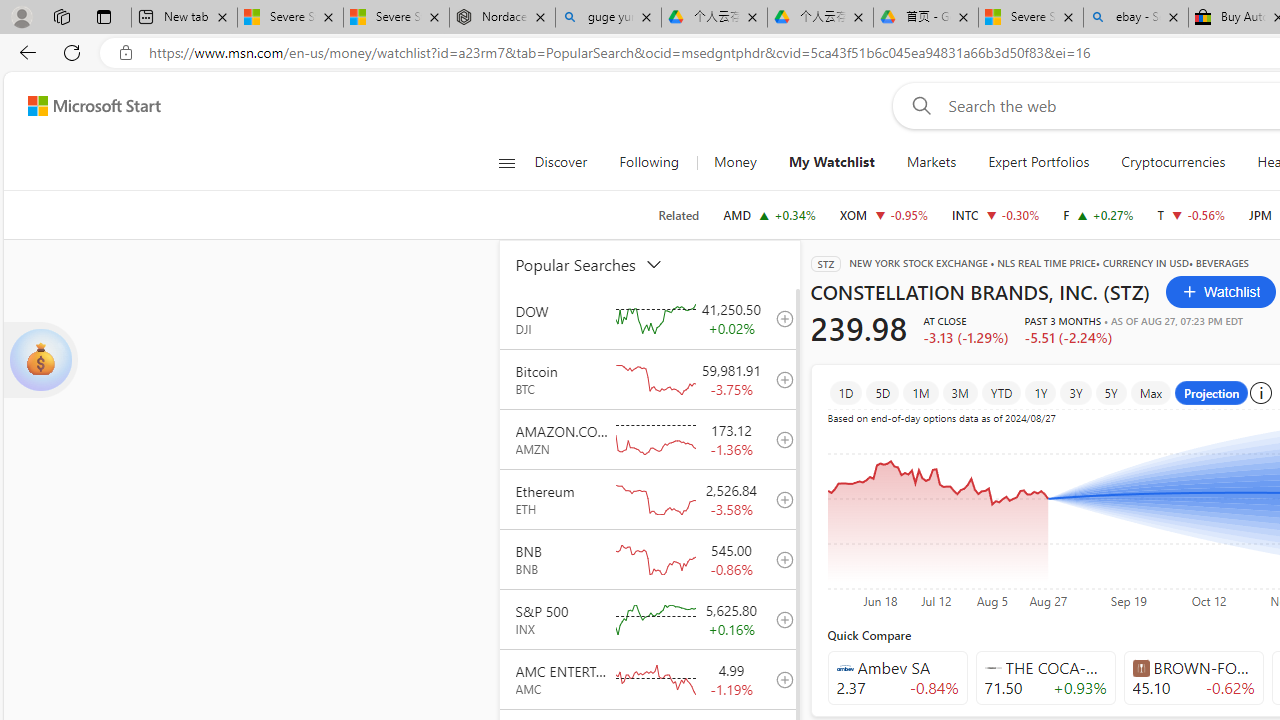 The image size is (1280, 720). I want to click on 'Class: autoSuggestIcon-DS-EntryPoint1-1', so click(1140, 667).